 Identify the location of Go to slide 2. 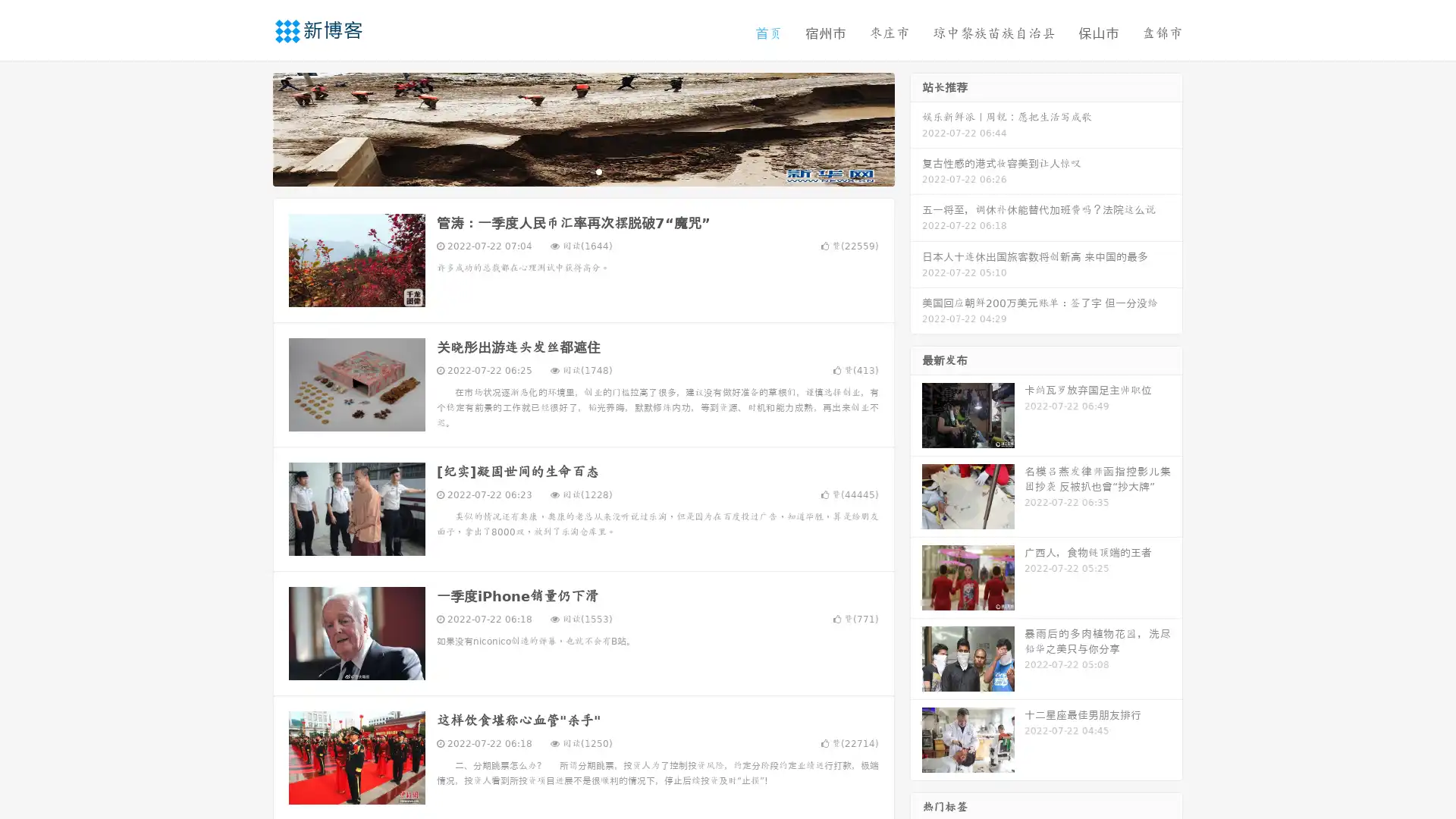
(582, 171).